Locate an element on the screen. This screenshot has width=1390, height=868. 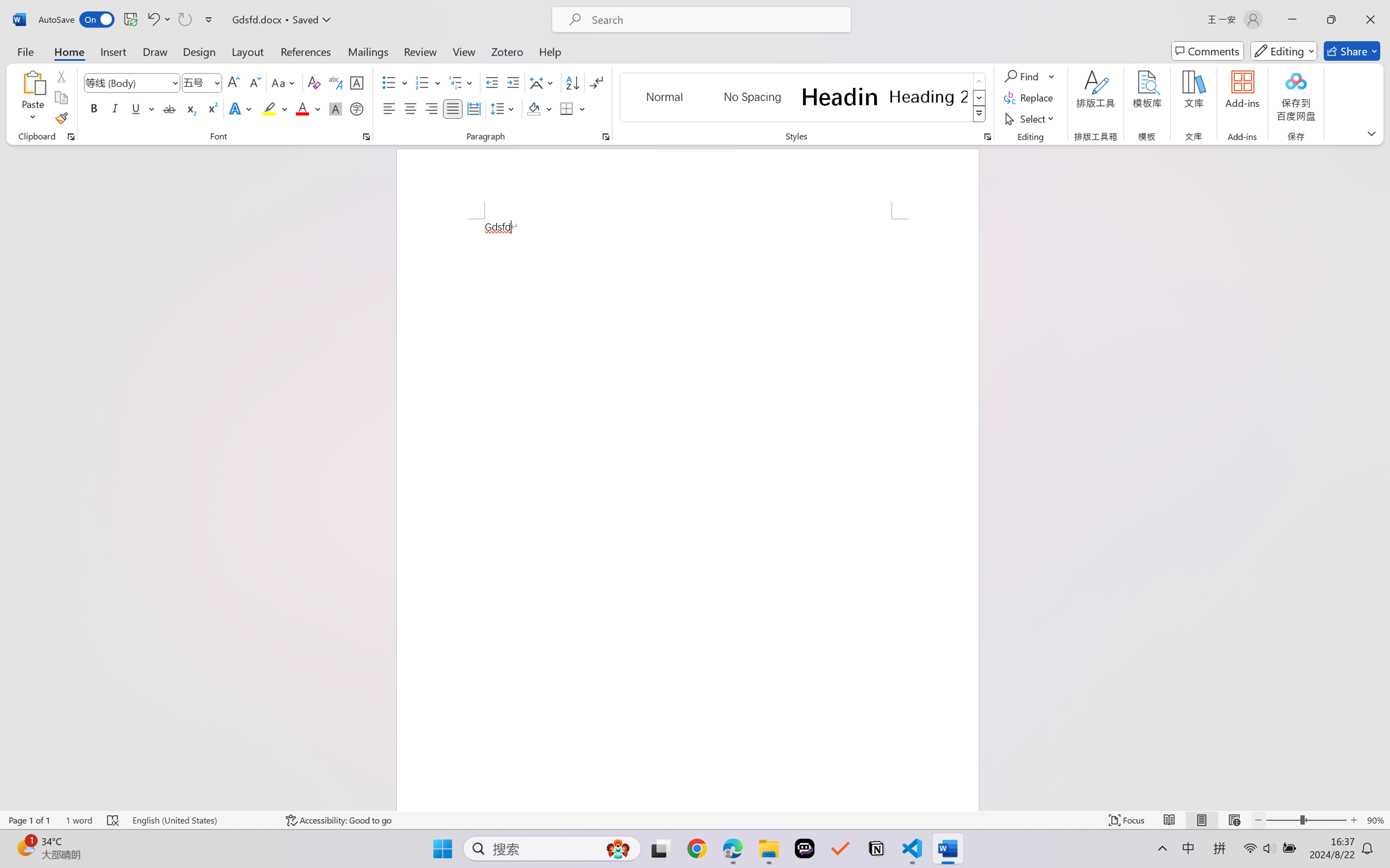
'Grow Font' is located at coordinates (233, 83).